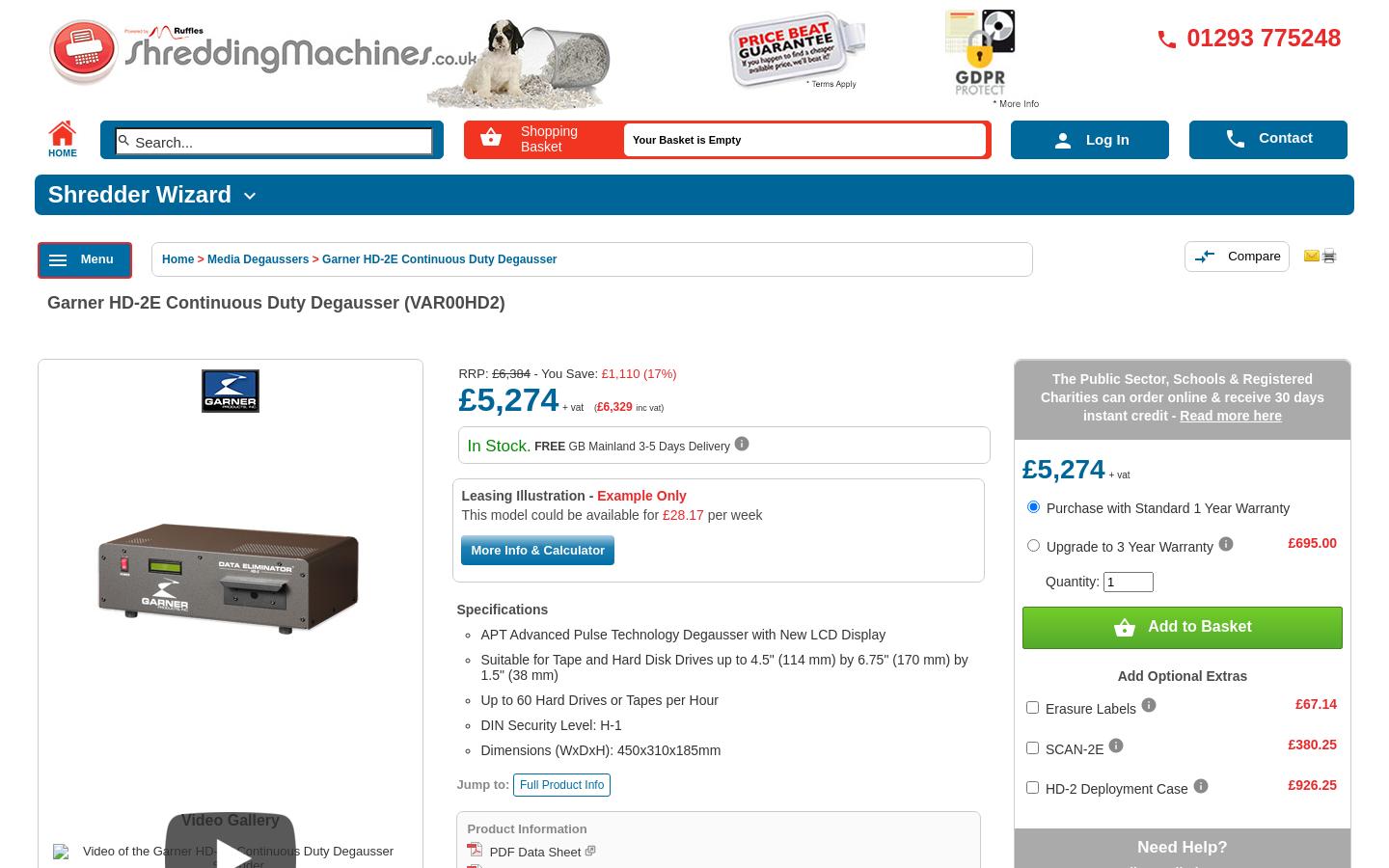 The height and width of the screenshot is (868, 1389). Describe the element at coordinates (1136, 847) in the screenshot. I see `'Need Help?'` at that location.